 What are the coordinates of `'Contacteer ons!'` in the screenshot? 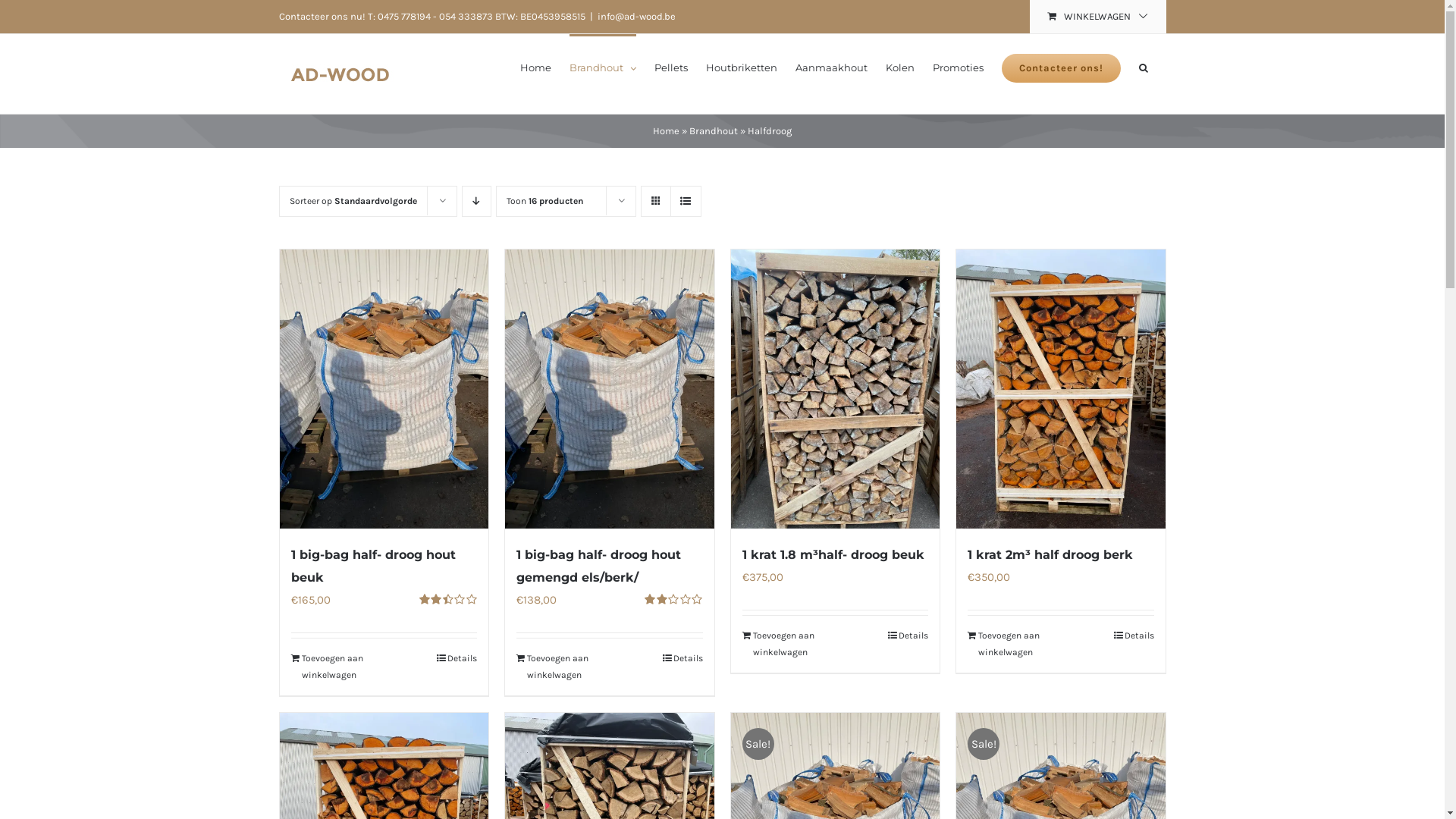 It's located at (1001, 66).